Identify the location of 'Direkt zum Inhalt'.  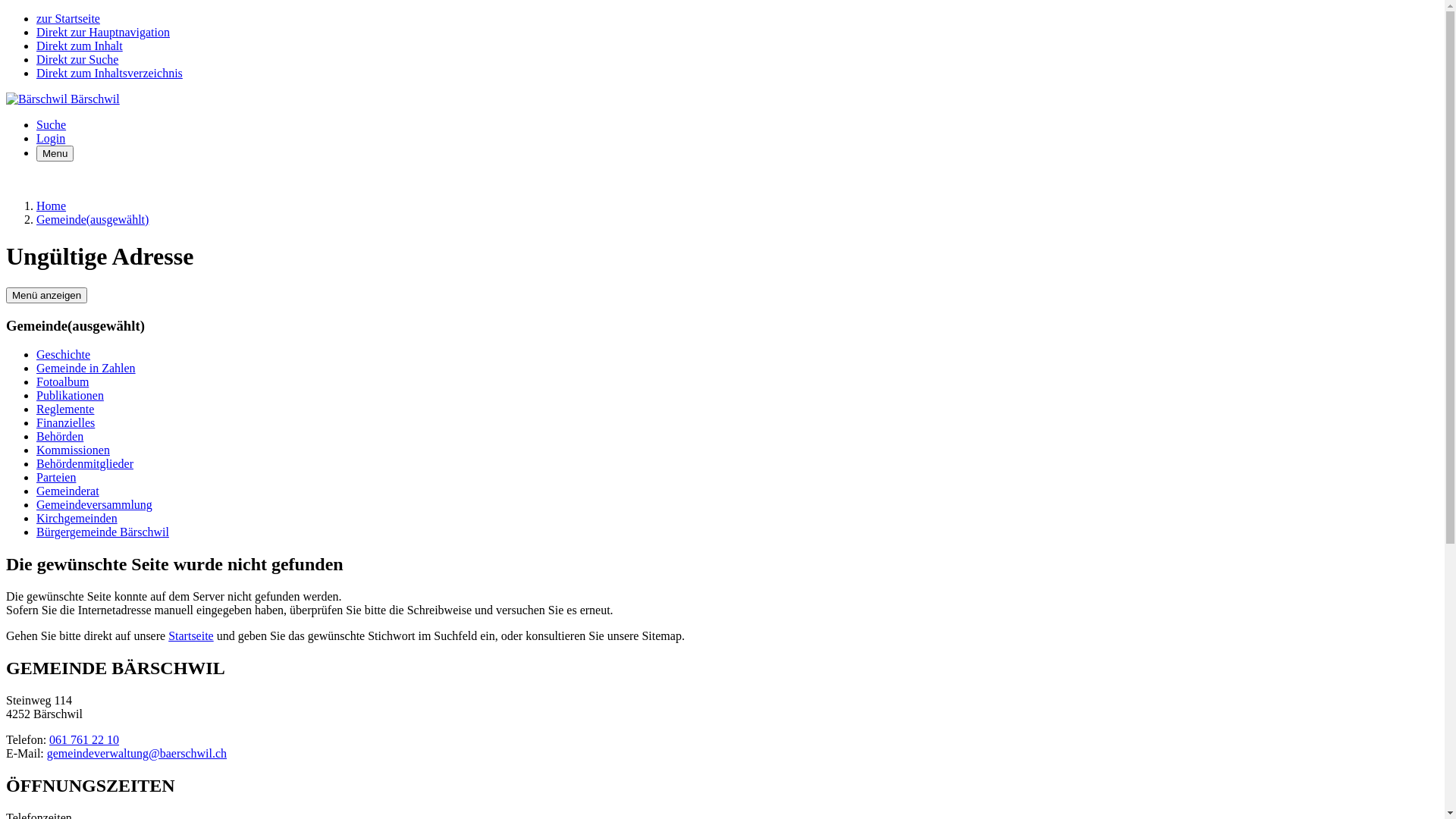
(79, 45).